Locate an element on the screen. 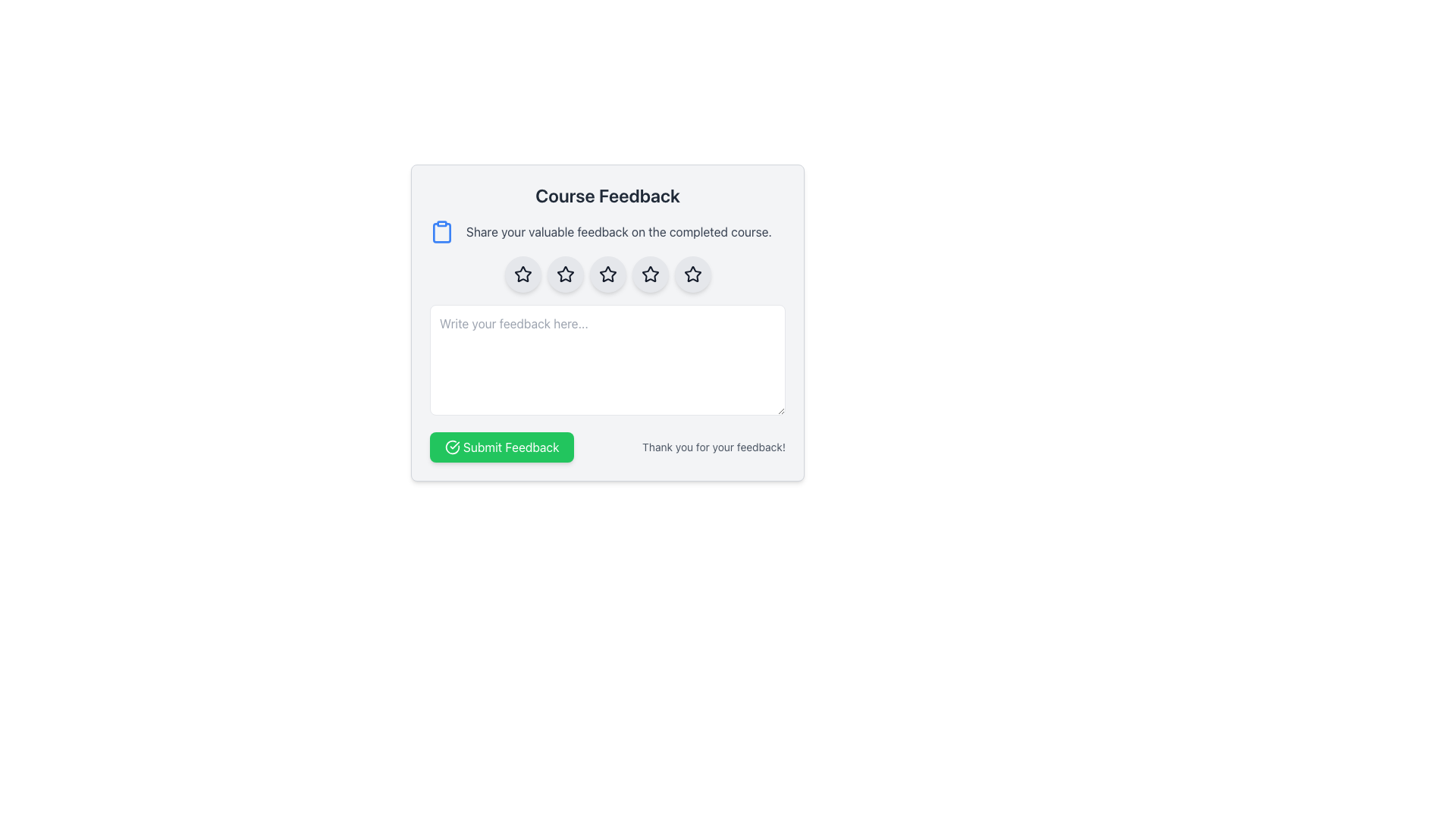 The height and width of the screenshot is (819, 1456). the third button in the horizontal row of five identical buttons is located at coordinates (607, 275).